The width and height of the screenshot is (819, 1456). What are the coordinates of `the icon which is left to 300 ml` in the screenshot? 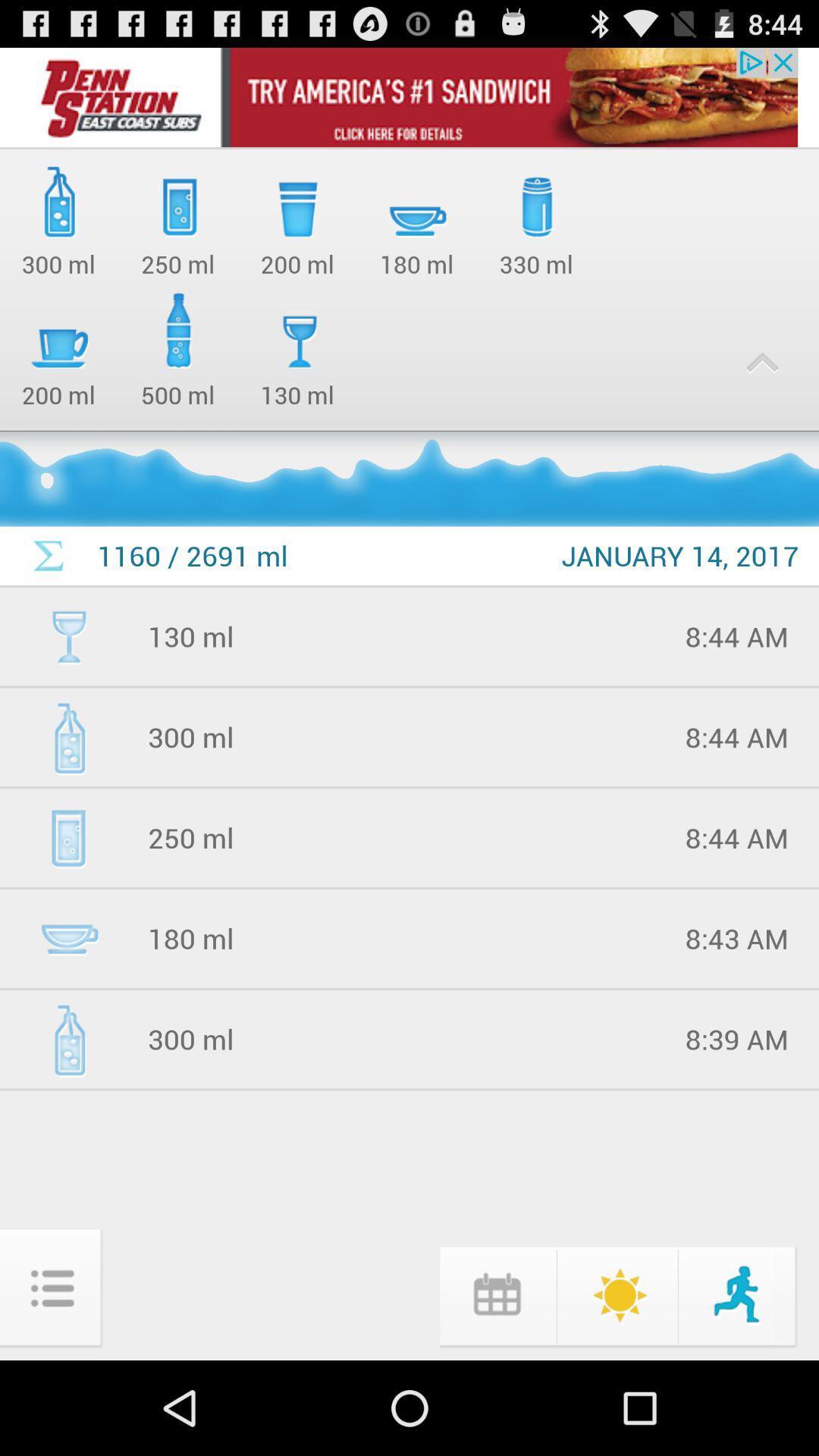 It's located at (69, 1038).